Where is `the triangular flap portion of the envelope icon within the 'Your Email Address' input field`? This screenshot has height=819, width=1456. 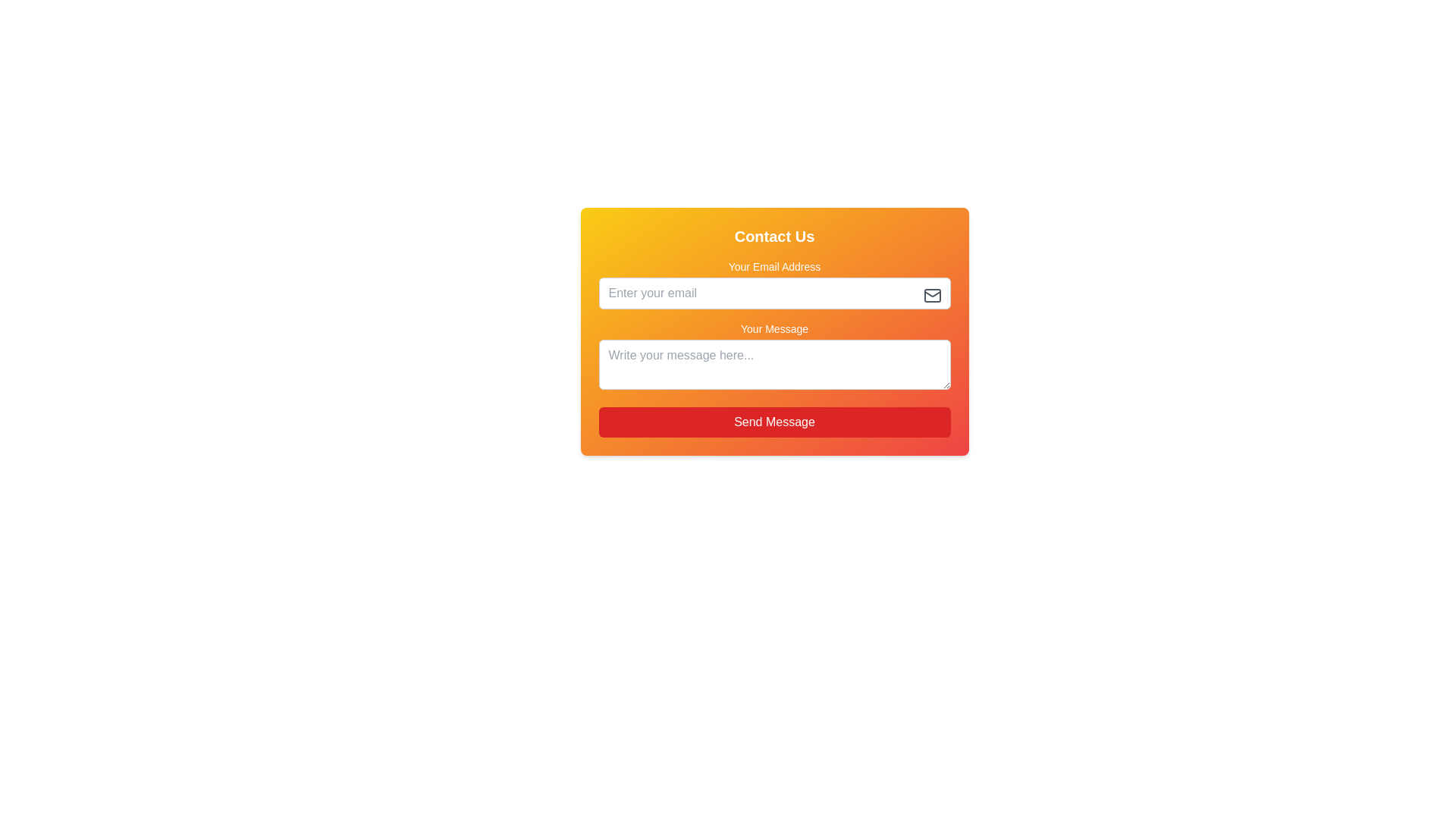
the triangular flap portion of the envelope icon within the 'Your Email Address' input field is located at coordinates (931, 294).